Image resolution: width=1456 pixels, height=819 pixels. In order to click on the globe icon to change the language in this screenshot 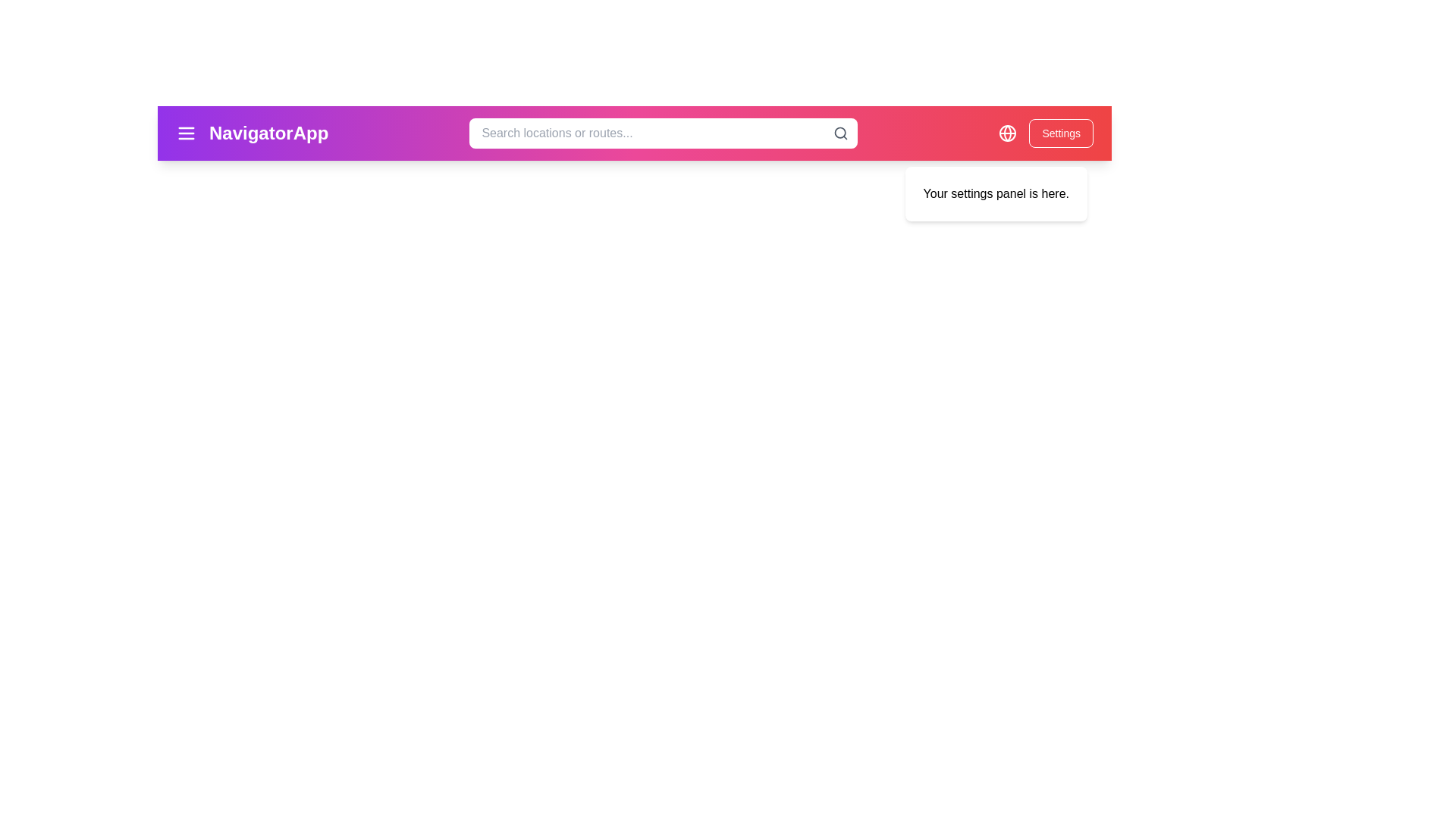, I will do `click(1008, 133)`.